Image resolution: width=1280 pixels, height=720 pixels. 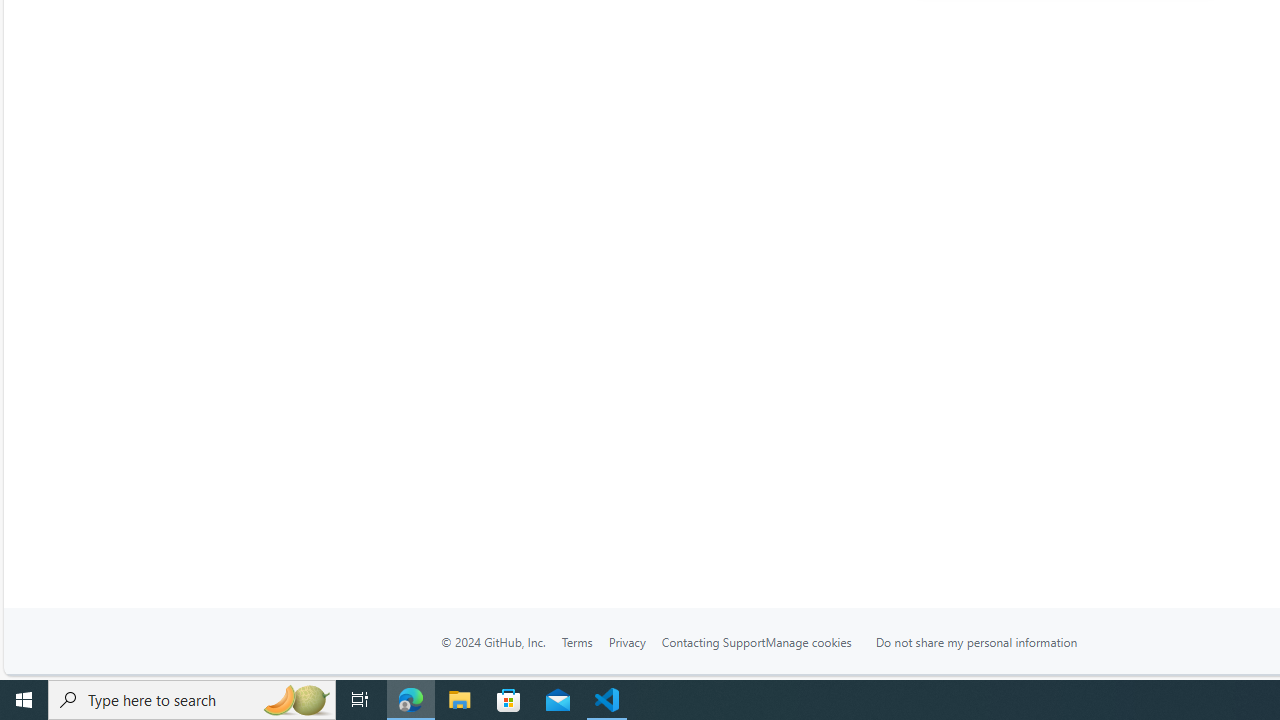 What do you see at coordinates (575, 642) in the screenshot?
I see `'Terms'` at bounding box center [575, 642].